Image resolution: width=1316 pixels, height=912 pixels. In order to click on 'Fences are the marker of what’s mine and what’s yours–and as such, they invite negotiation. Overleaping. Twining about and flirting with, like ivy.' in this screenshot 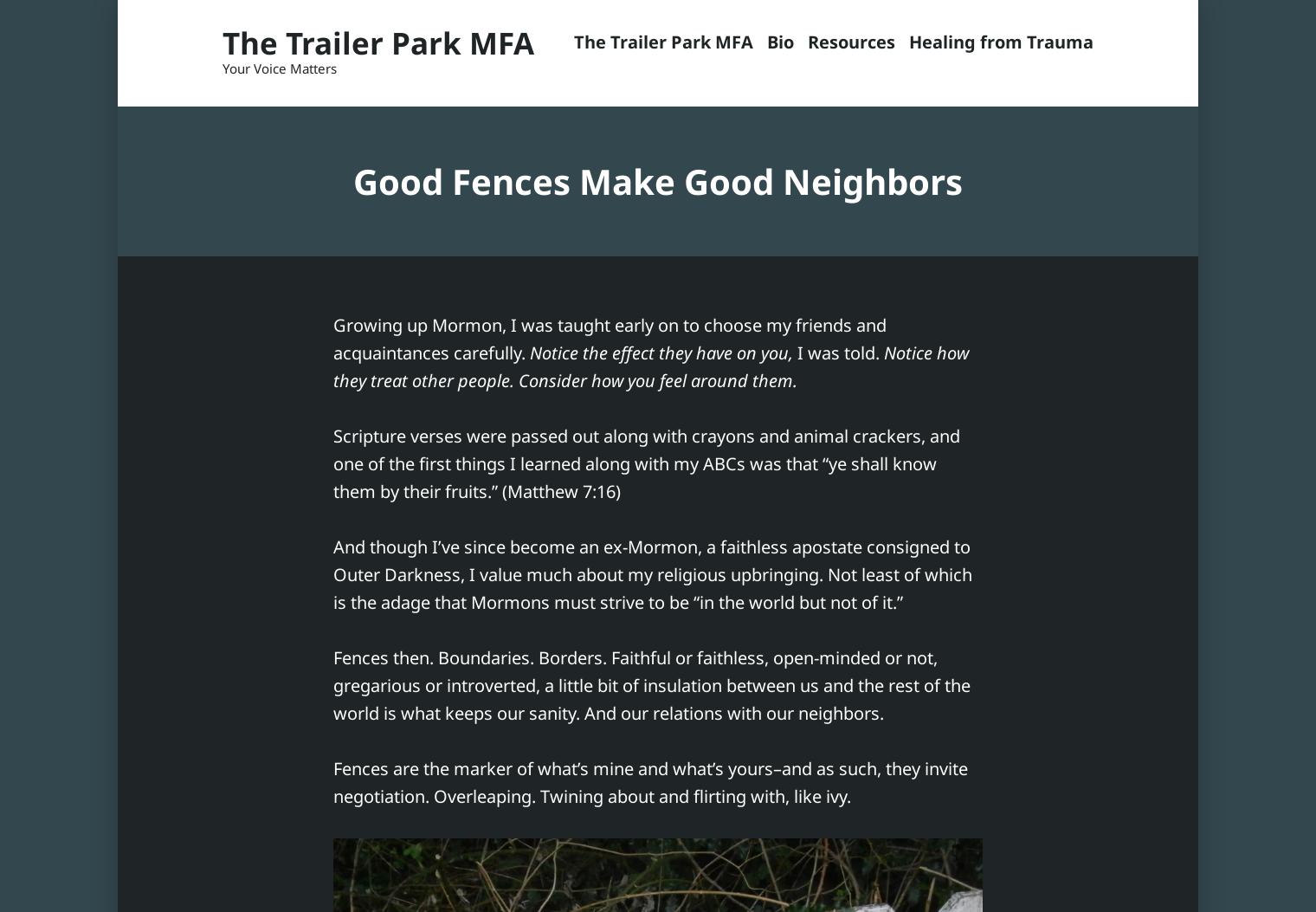, I will do `click(650, 782)`.